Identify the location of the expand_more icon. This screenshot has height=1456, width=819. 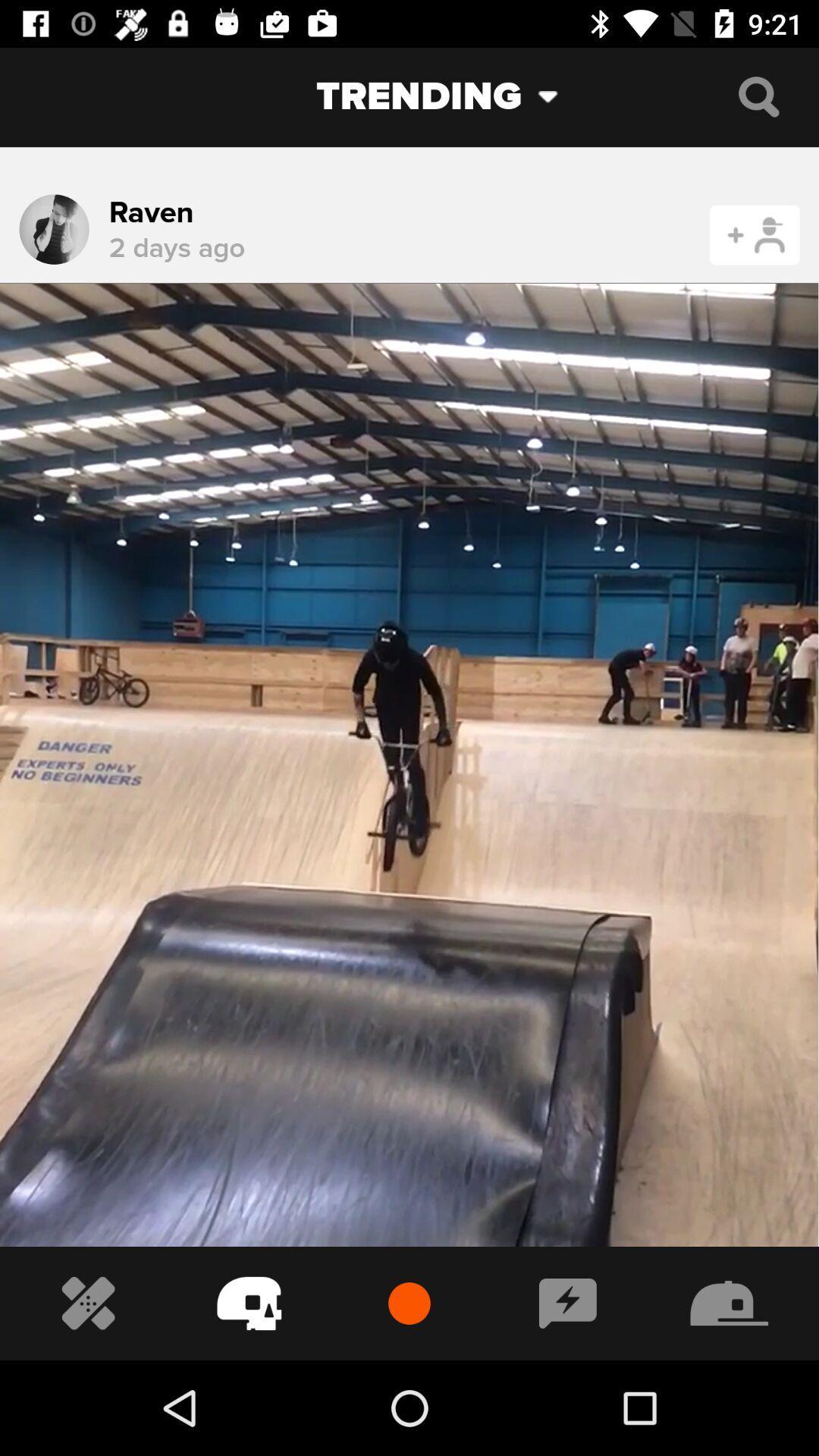
(560, 96).